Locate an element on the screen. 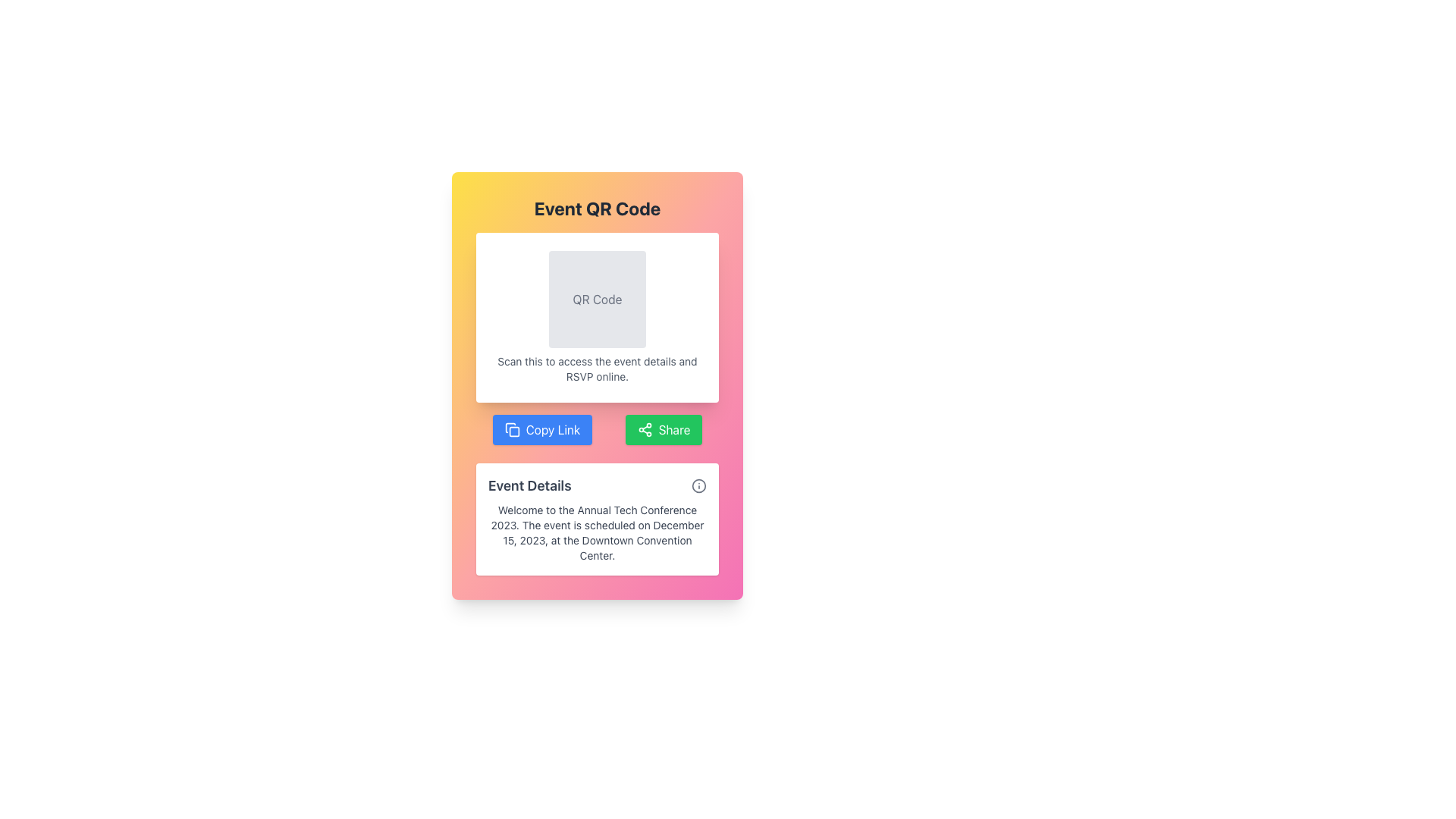 This screenshot has height=819, width=1456. the 'Share' button located to the right of the 'Copy Link' button is located at coordinates (664, 430).